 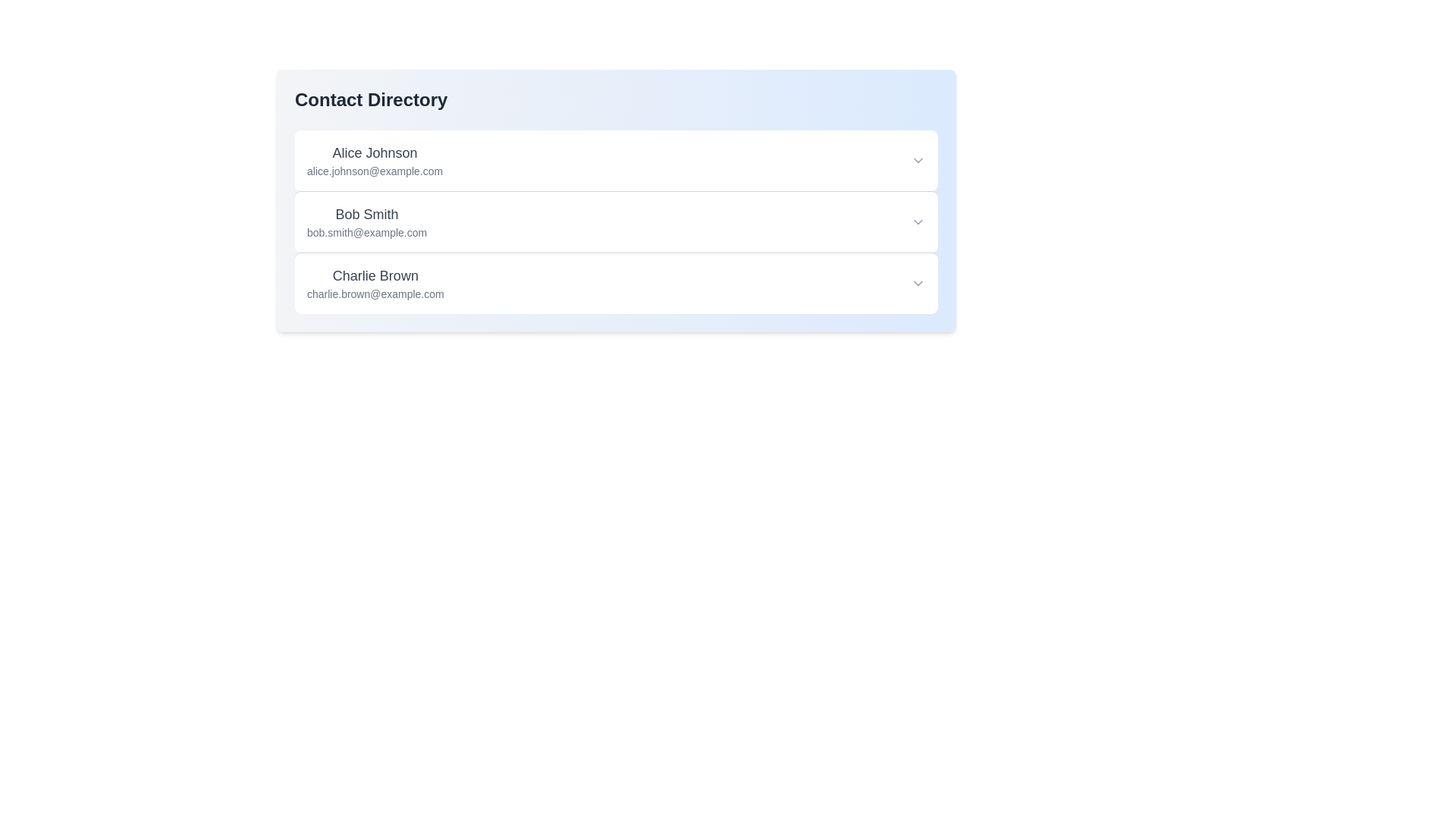 What do you see at coordinates (917, 161) in the screenshot?
I see `the icon button located at the far-right side of the row containing user details` at bounding box center [917, 161].